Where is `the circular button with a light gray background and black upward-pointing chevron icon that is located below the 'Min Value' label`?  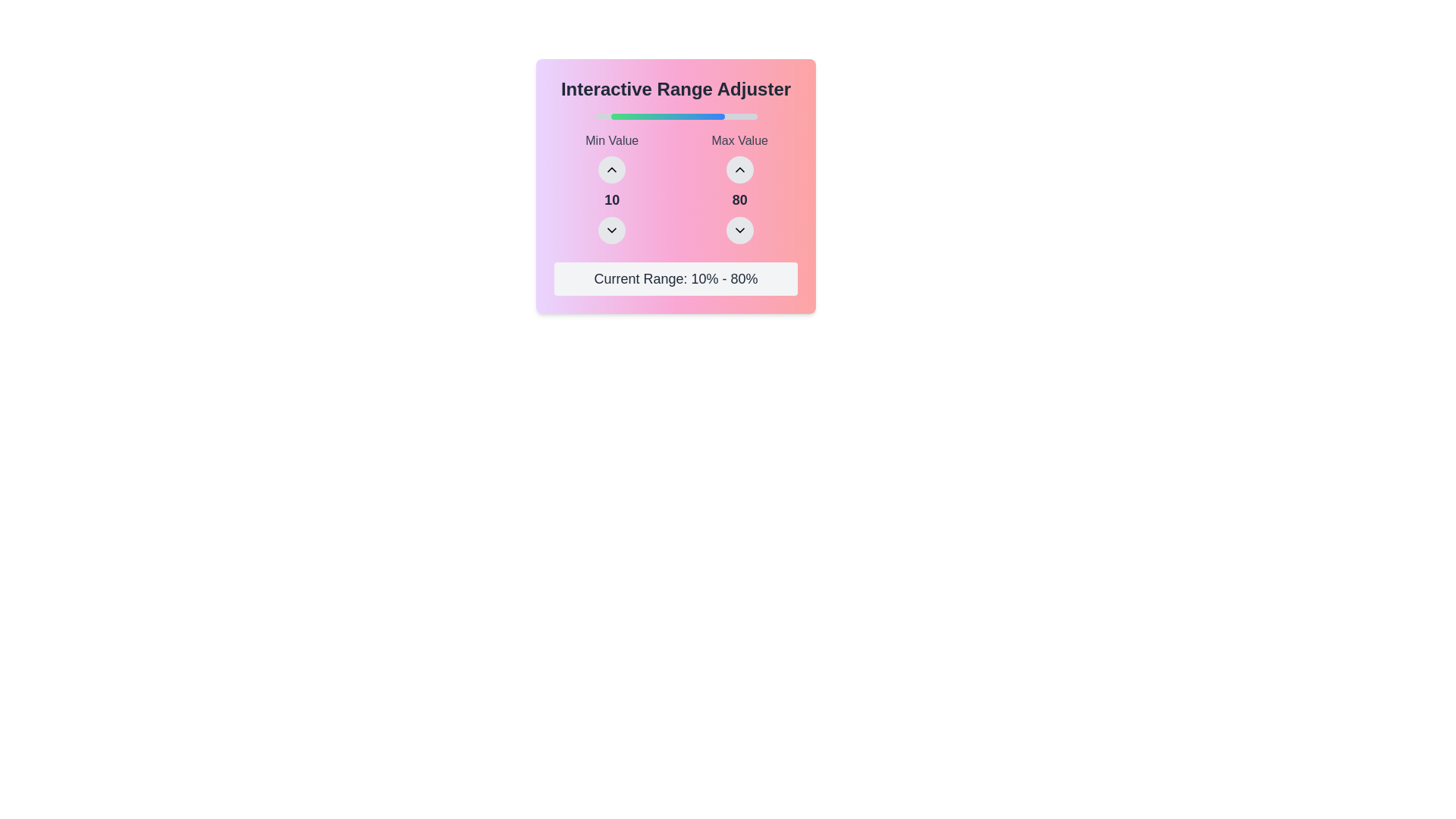 the circular button with a light gray background and black upward-pointing chevron icon that is located below the 'Min Value' label is located at coordinates (612, 169).